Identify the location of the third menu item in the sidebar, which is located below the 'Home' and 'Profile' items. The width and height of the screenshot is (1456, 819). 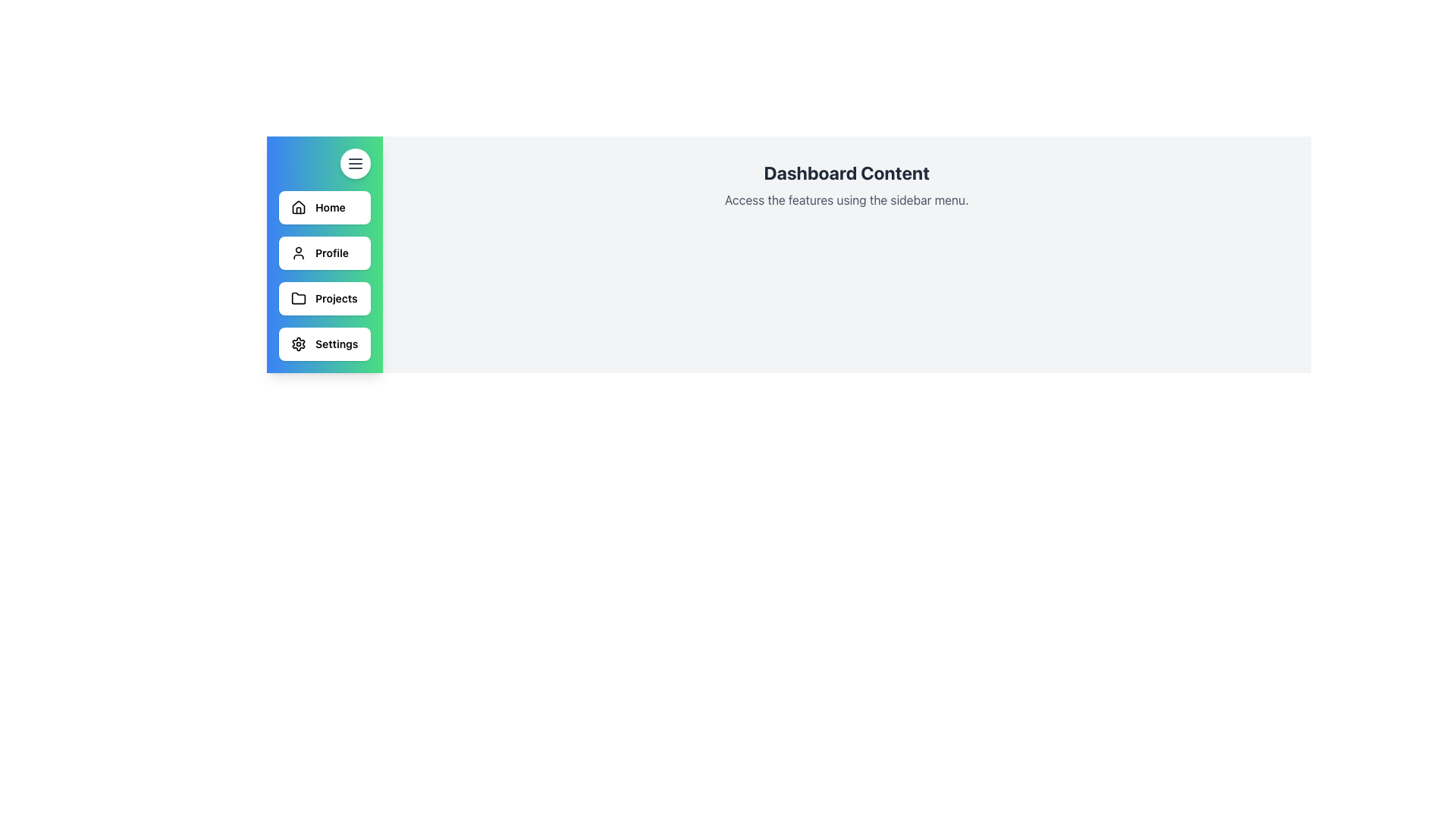
(324, 275).